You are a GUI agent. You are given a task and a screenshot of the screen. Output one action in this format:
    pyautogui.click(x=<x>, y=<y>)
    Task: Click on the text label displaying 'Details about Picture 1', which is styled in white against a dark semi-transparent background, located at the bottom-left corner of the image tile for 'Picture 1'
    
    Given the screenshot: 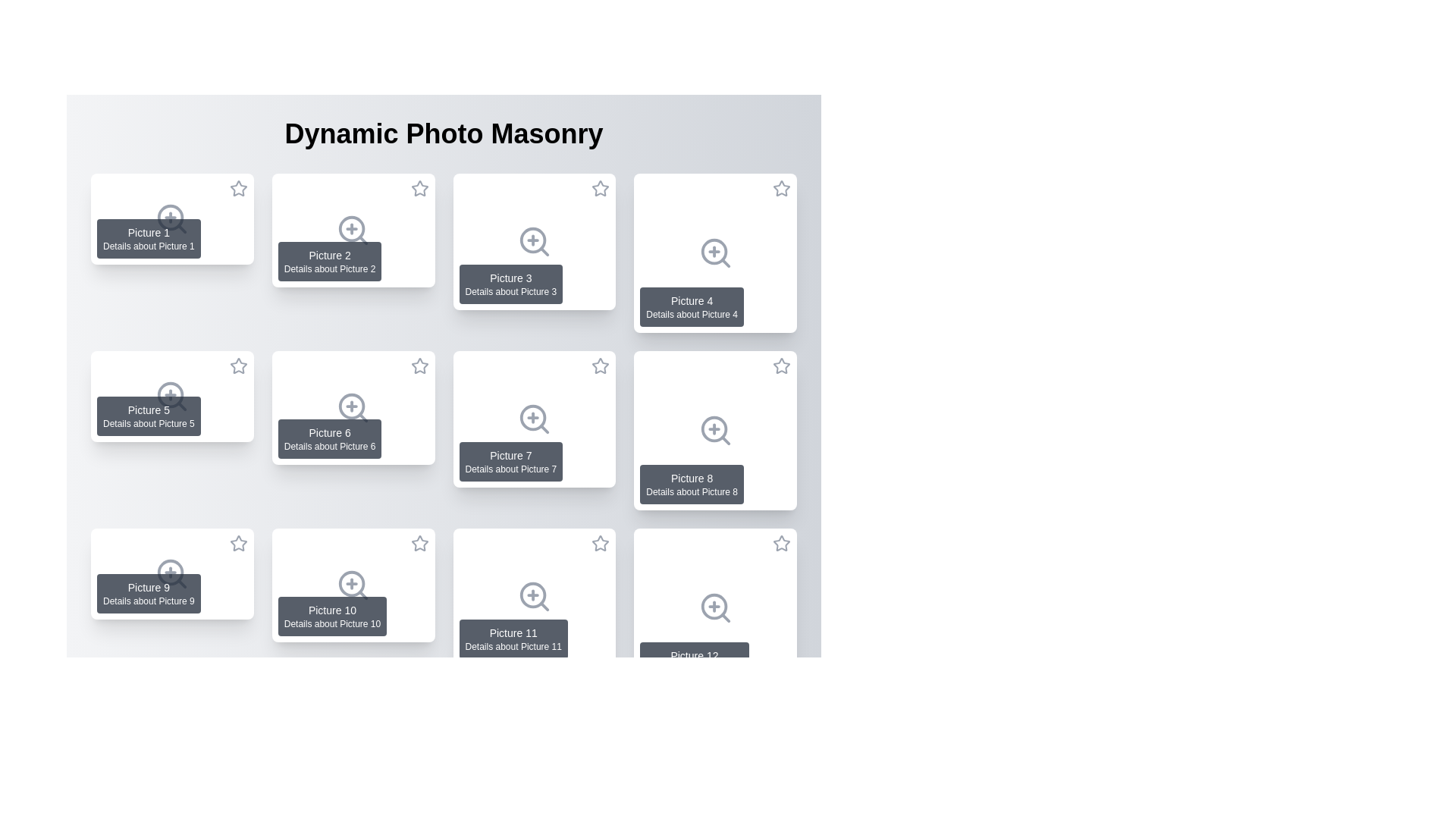 What is the action you would take?
    pyautogui.click(x=149, y=245)
    